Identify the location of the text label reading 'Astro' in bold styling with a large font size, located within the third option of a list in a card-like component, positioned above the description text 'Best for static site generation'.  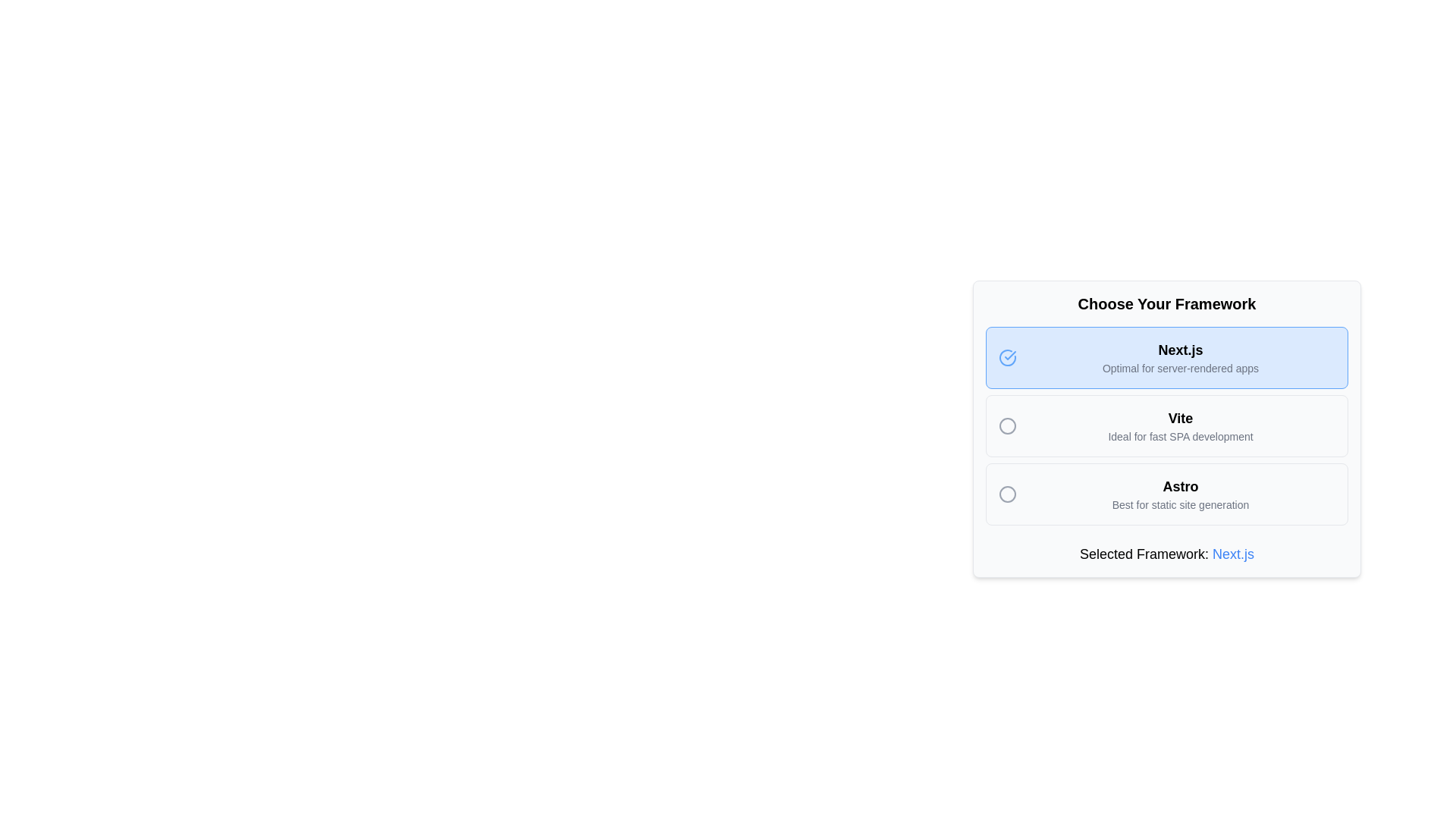
(1179, 486).